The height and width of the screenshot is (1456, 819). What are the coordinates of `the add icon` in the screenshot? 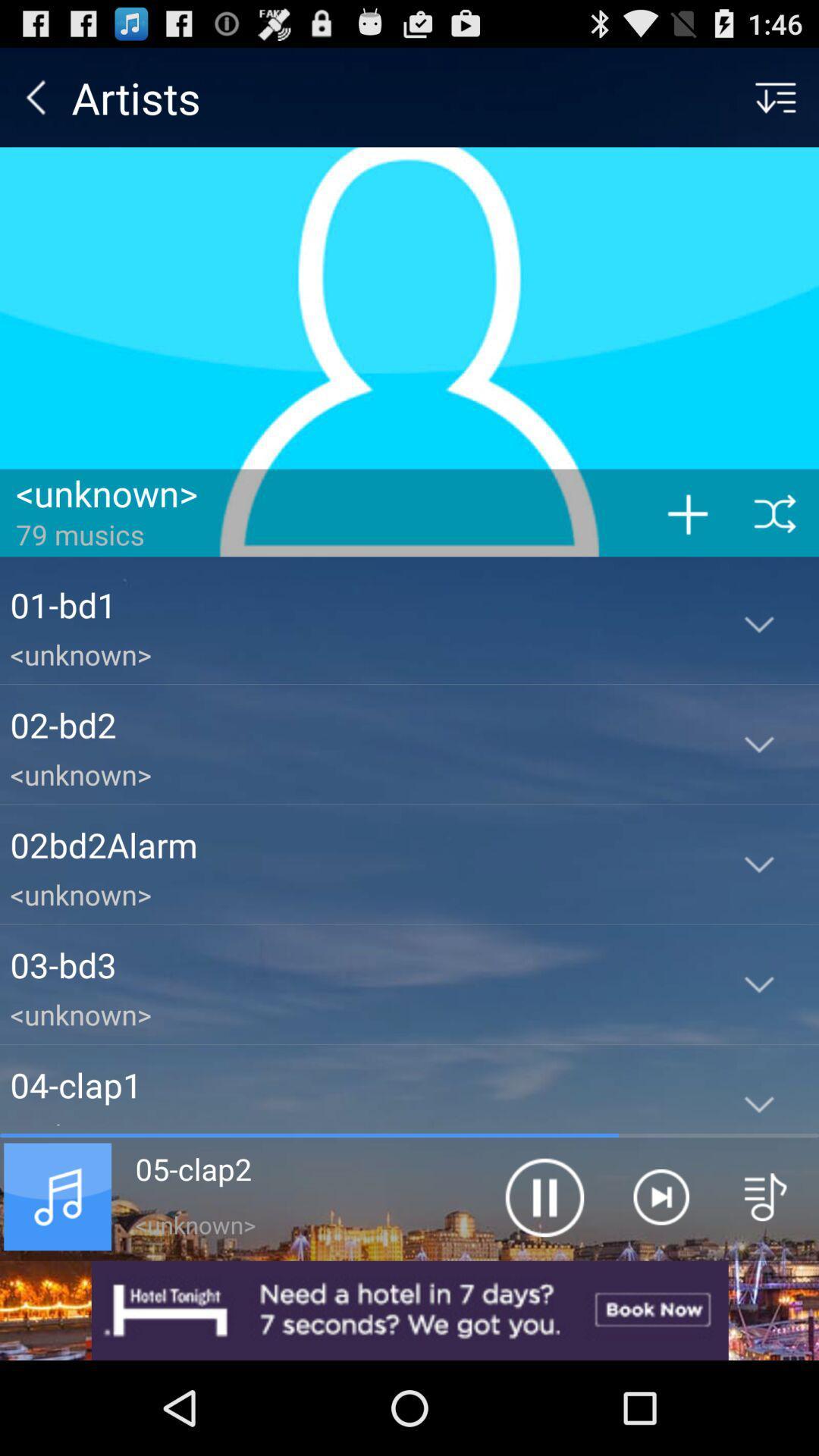 It's located at (687, 548).